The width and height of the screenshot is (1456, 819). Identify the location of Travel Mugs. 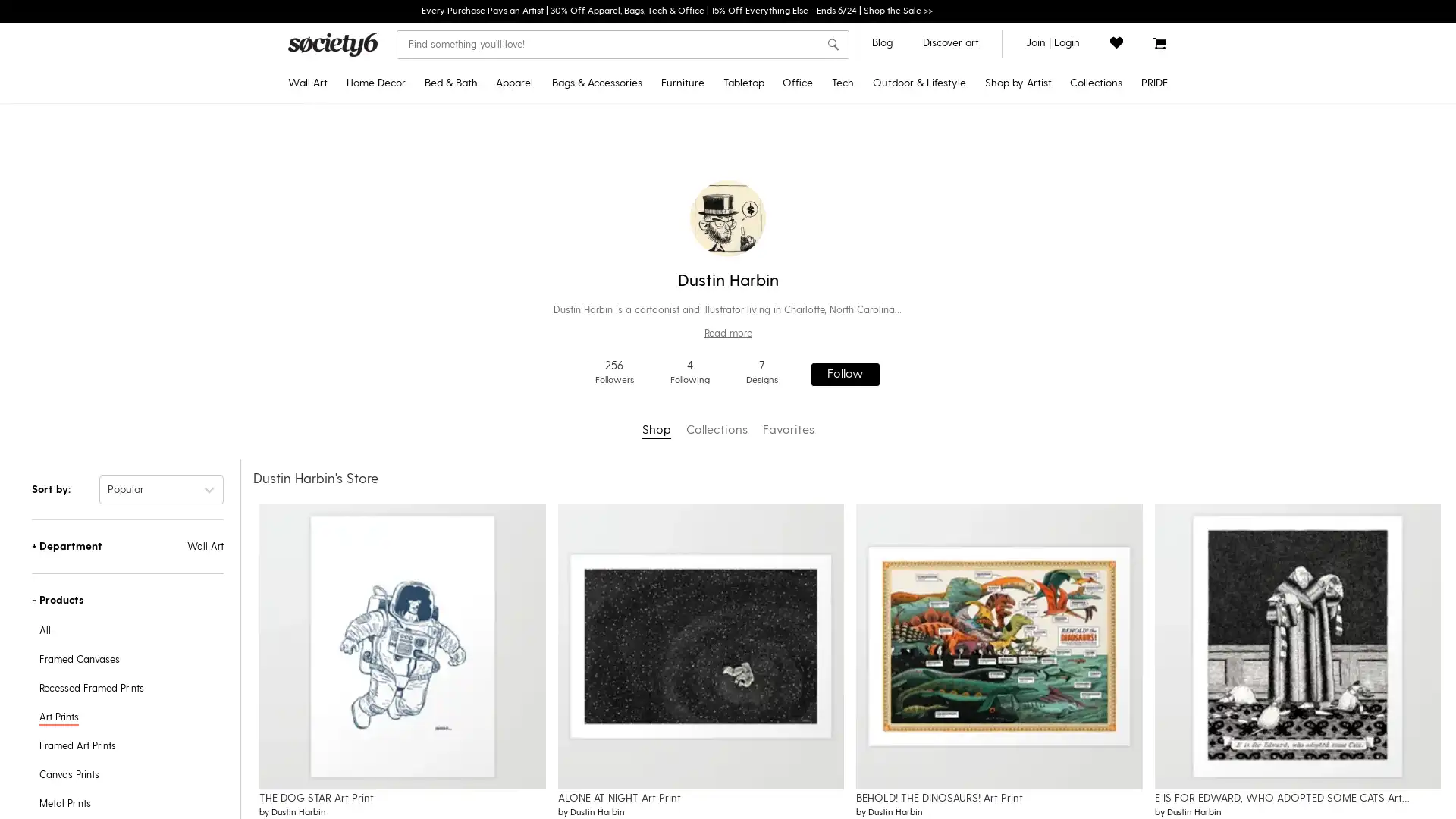
(939, 219).